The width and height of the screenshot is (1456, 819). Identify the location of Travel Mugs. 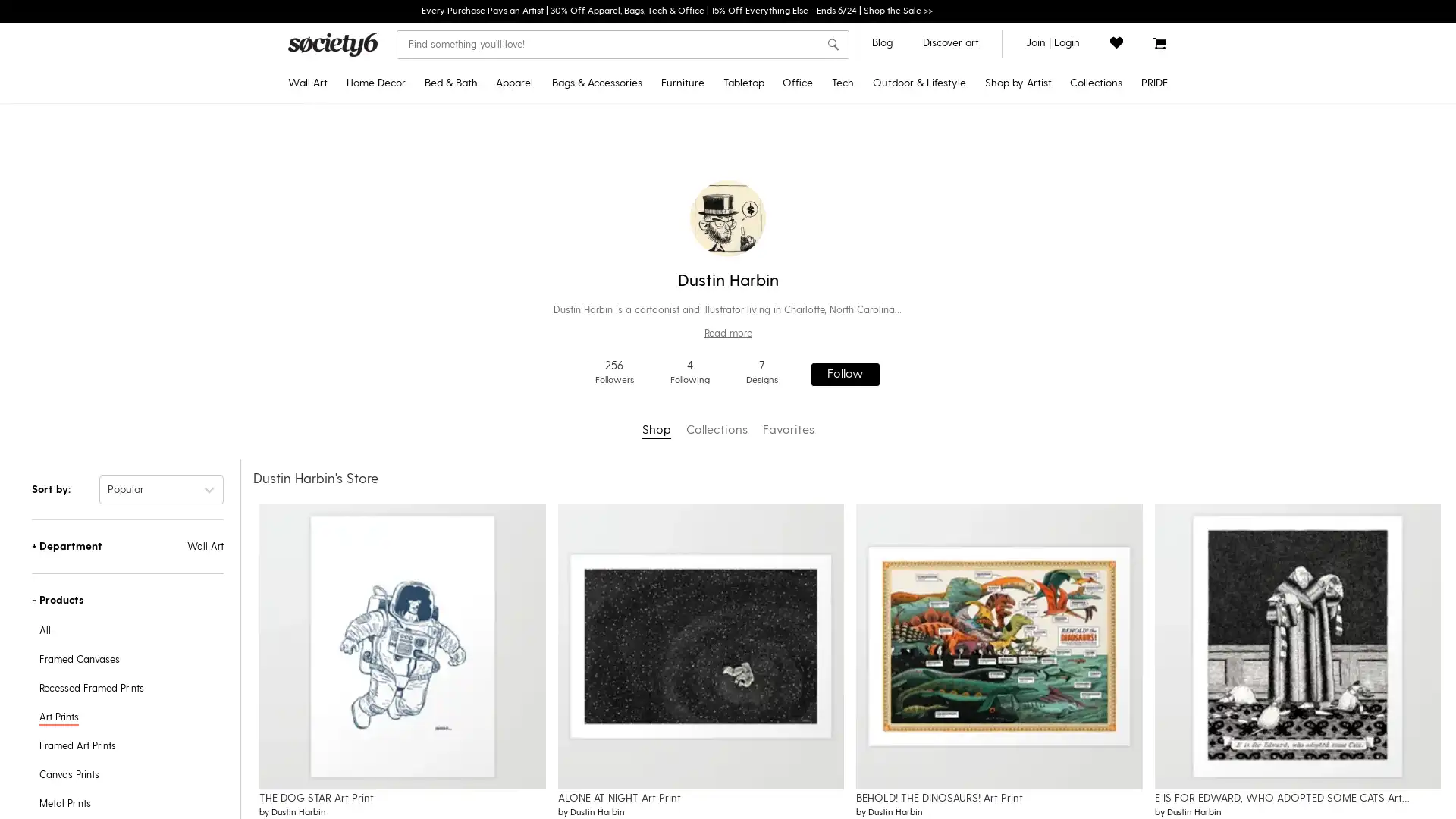
(939, 219).